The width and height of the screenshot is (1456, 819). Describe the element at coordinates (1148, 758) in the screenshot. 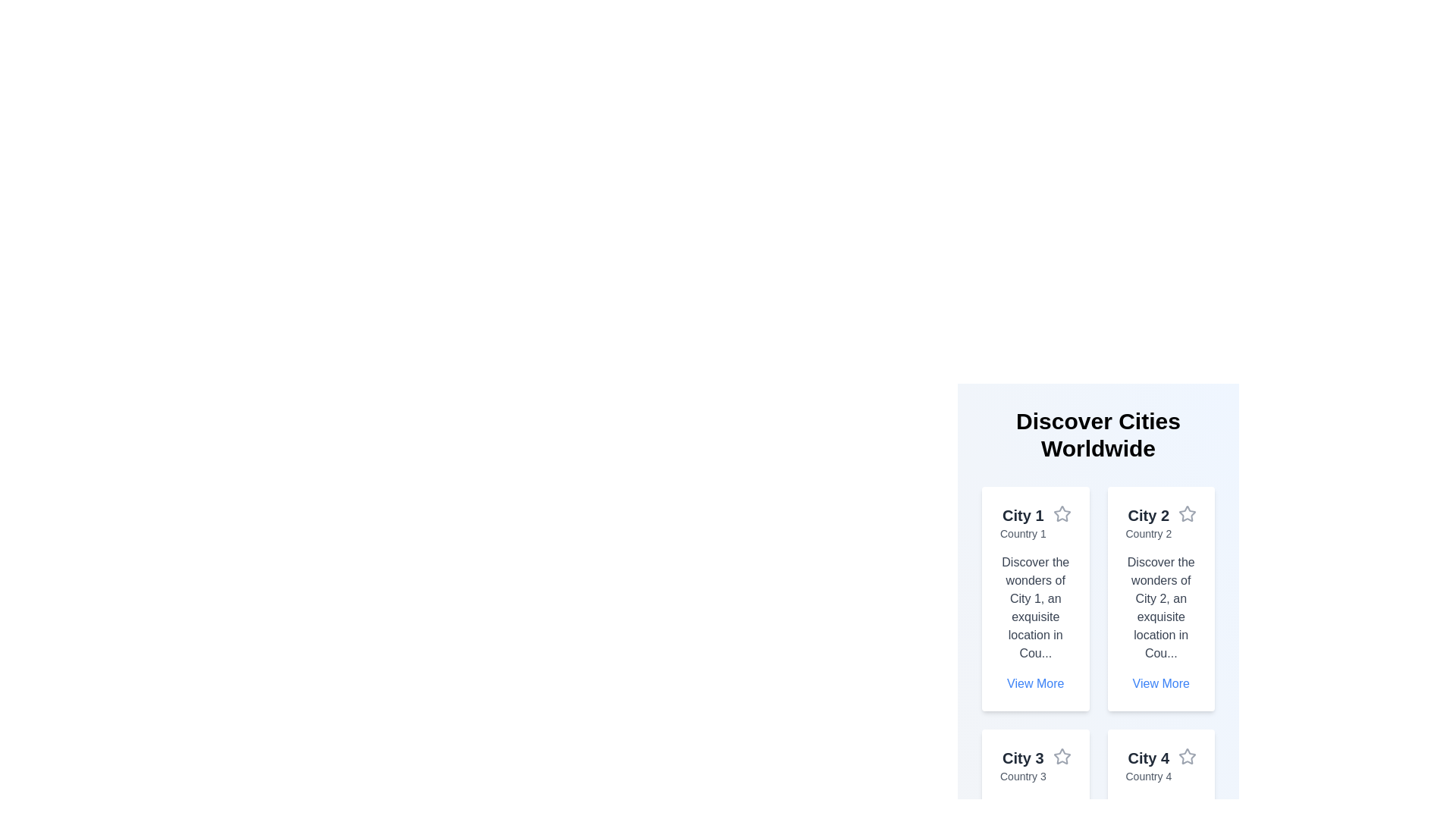

I see `the text label displaying 'City 4', which is part of a card component in the lower-right section of the grid, positioned above 'Country 4'` at that location.